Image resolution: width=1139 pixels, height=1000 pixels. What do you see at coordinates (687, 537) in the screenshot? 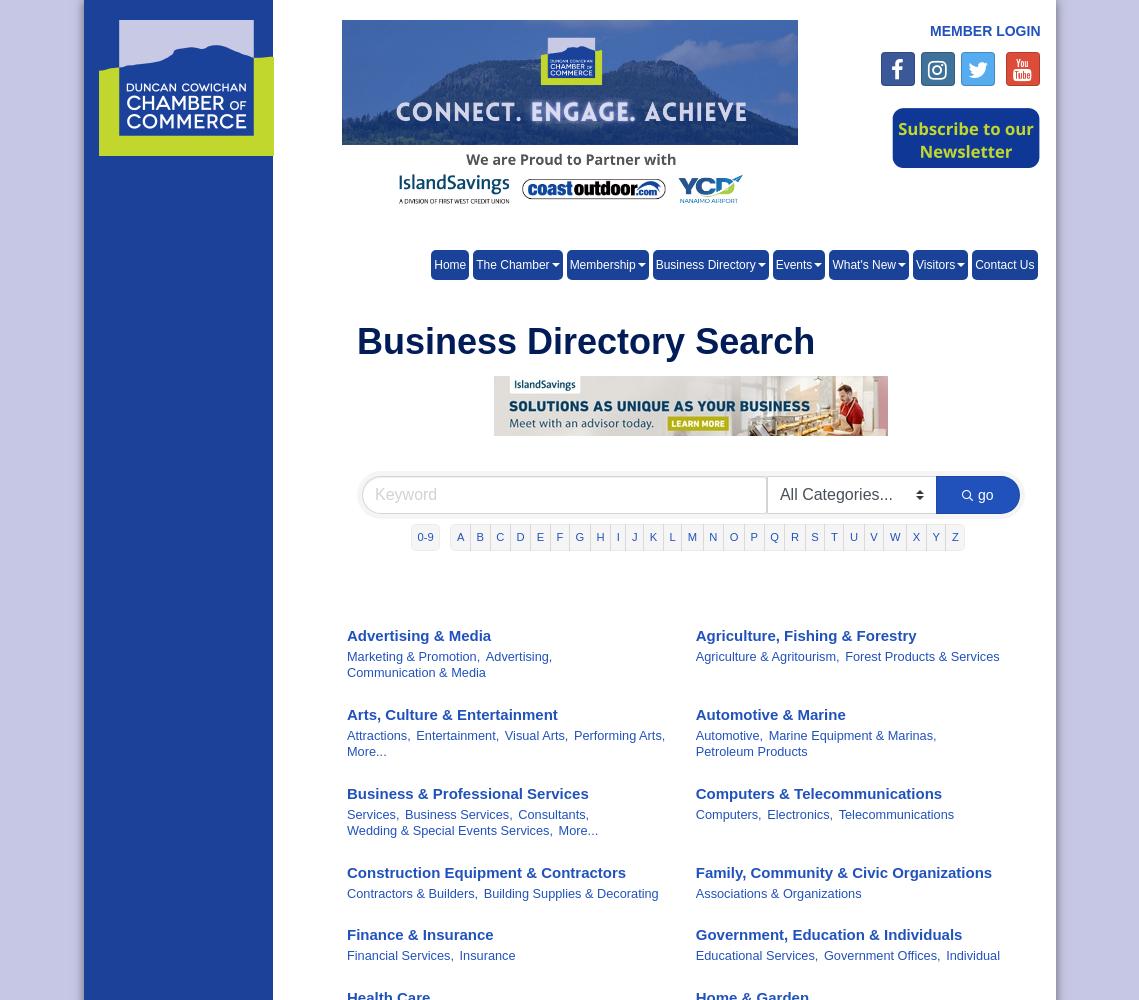
I see `'M'` at bounding box center [687, 537].